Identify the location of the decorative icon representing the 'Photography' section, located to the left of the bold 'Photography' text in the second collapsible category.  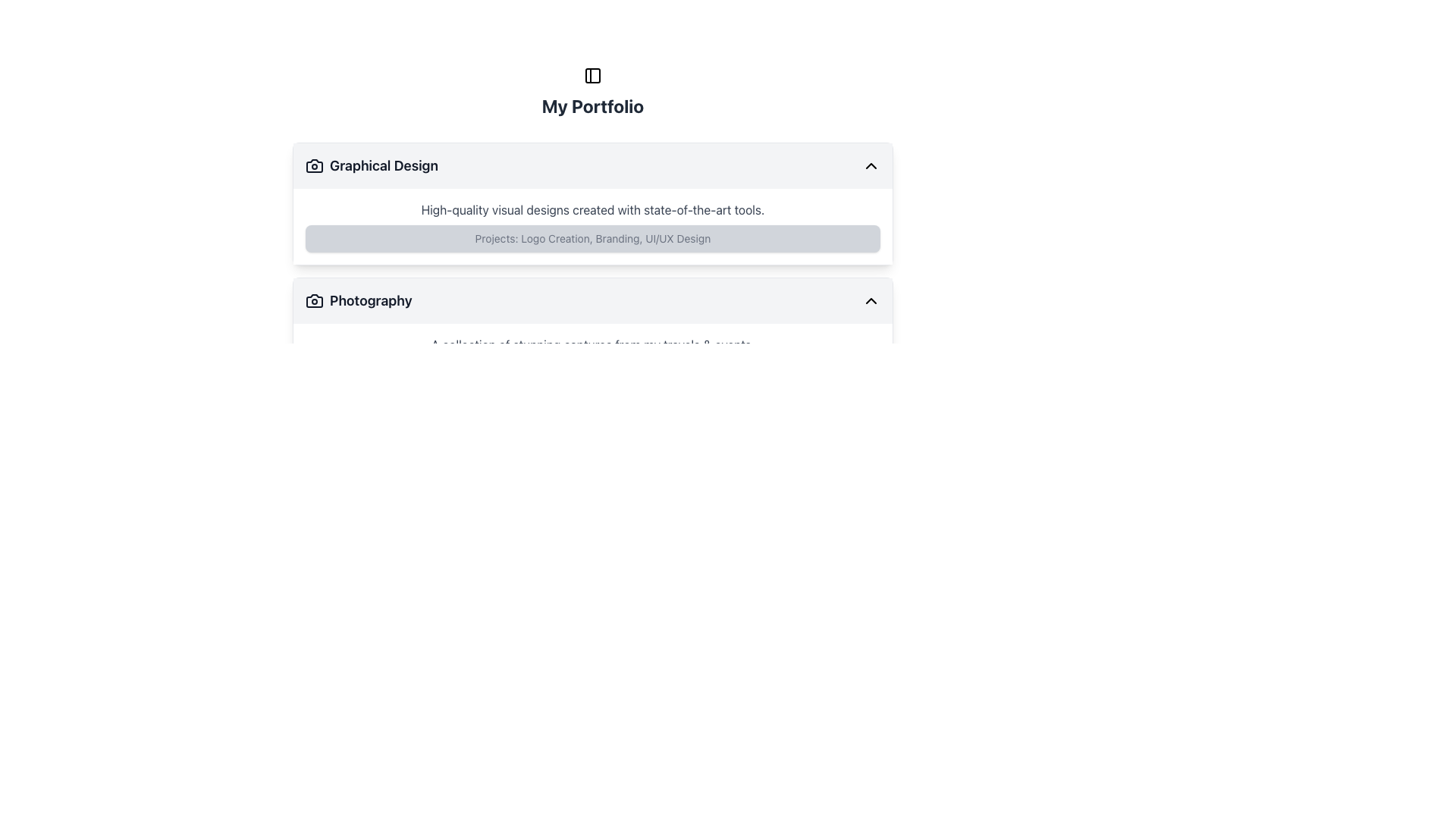
(313, 301).